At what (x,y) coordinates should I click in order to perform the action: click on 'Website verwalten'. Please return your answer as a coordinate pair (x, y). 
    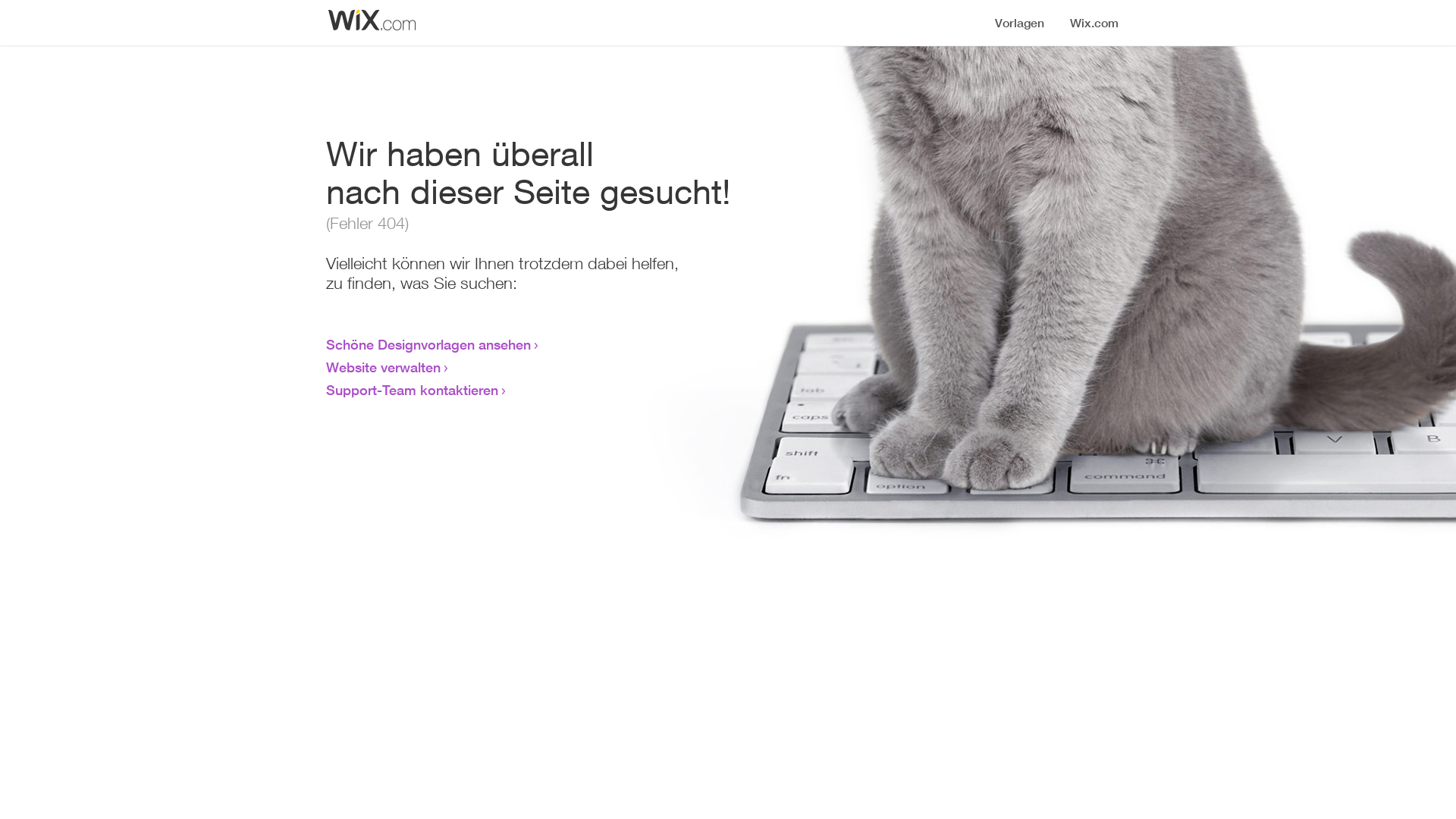
    Looking at the image, I should click on (383, 366).